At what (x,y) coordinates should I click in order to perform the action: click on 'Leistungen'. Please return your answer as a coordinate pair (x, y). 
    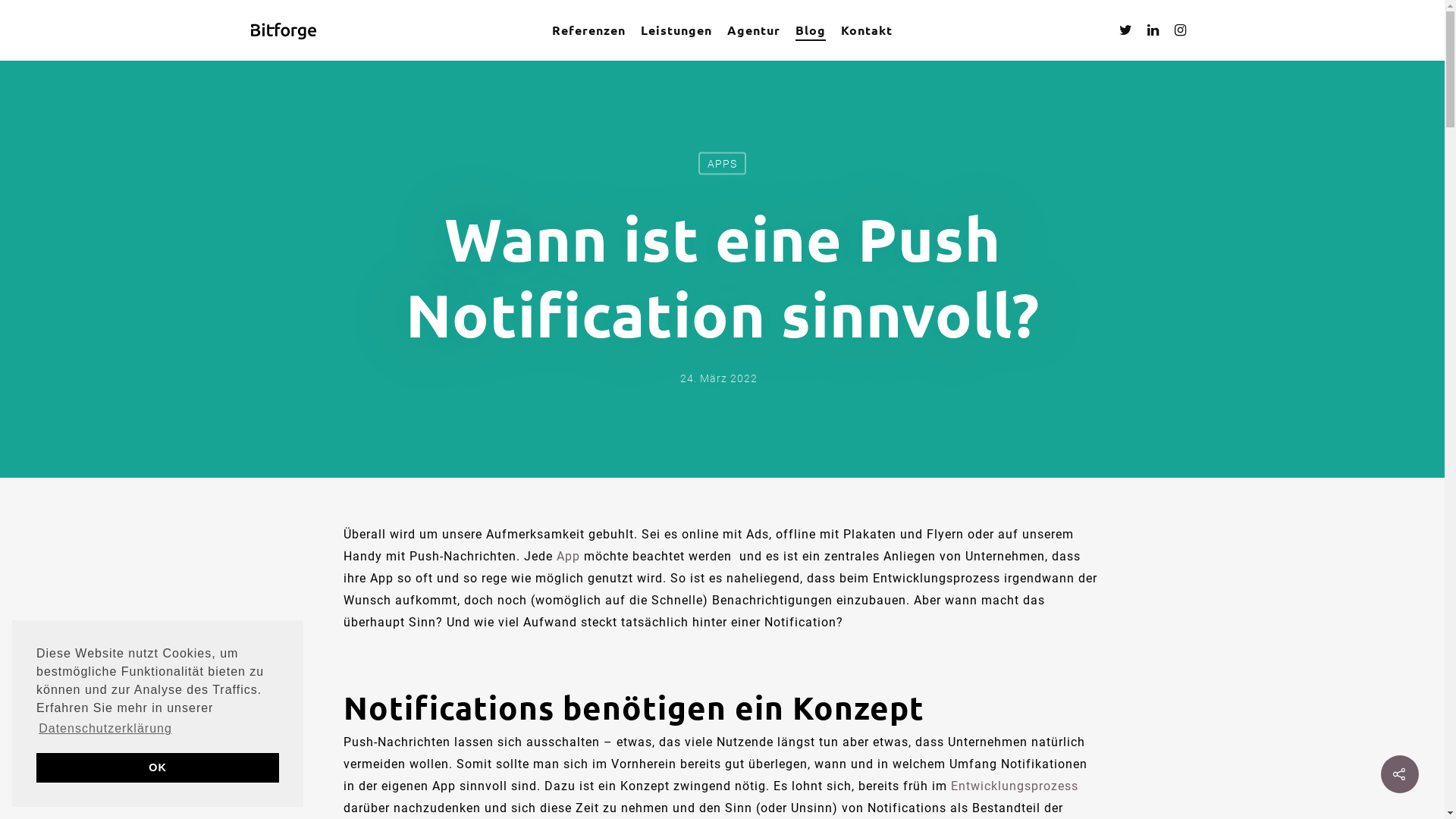
    Looking at the image, I should click on (640, 30).